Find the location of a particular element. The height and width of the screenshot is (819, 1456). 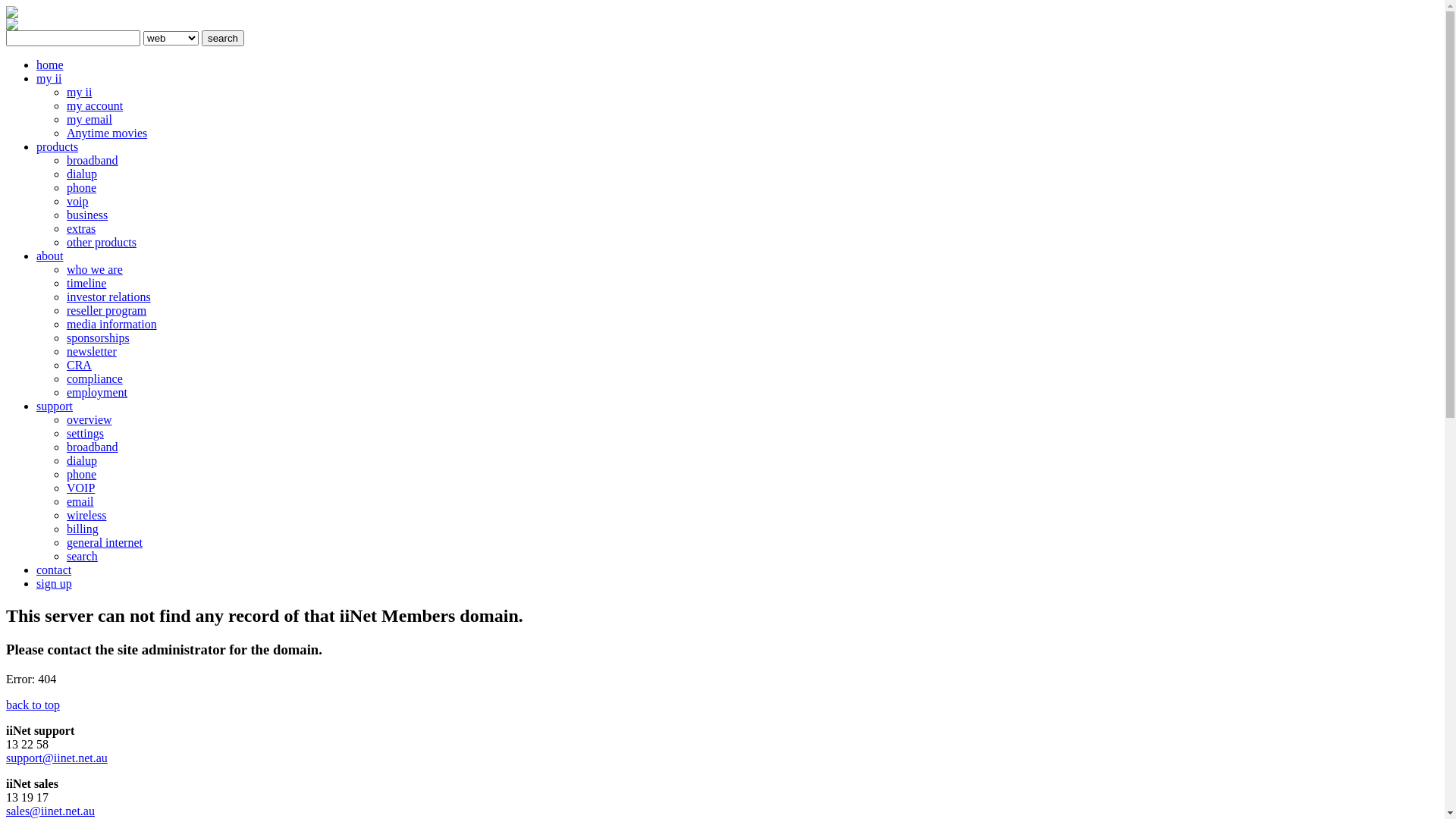

'products' is located at coordinates (36, 146).